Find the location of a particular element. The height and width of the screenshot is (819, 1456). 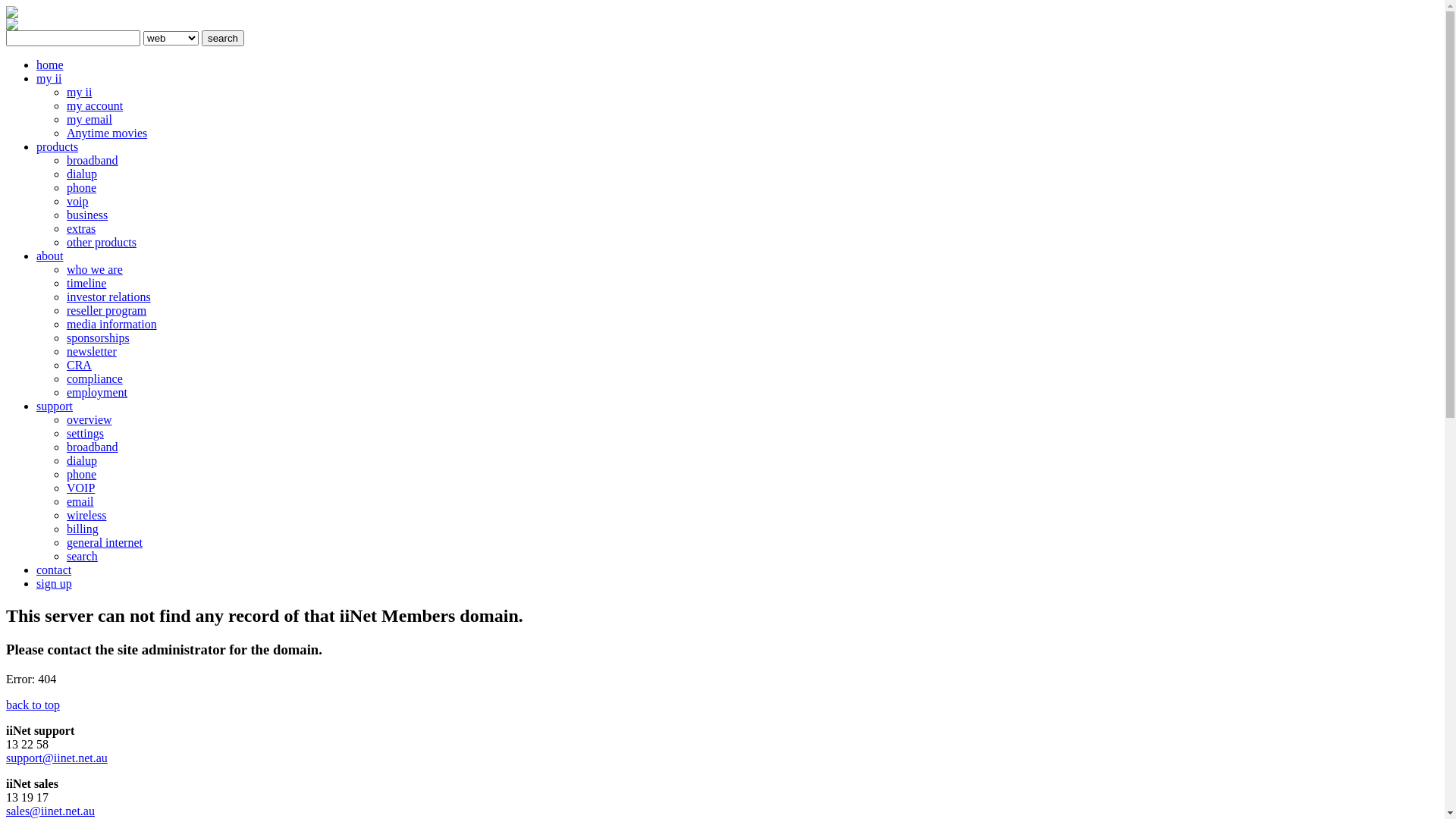

'products' is located at coordinates (36, 146).